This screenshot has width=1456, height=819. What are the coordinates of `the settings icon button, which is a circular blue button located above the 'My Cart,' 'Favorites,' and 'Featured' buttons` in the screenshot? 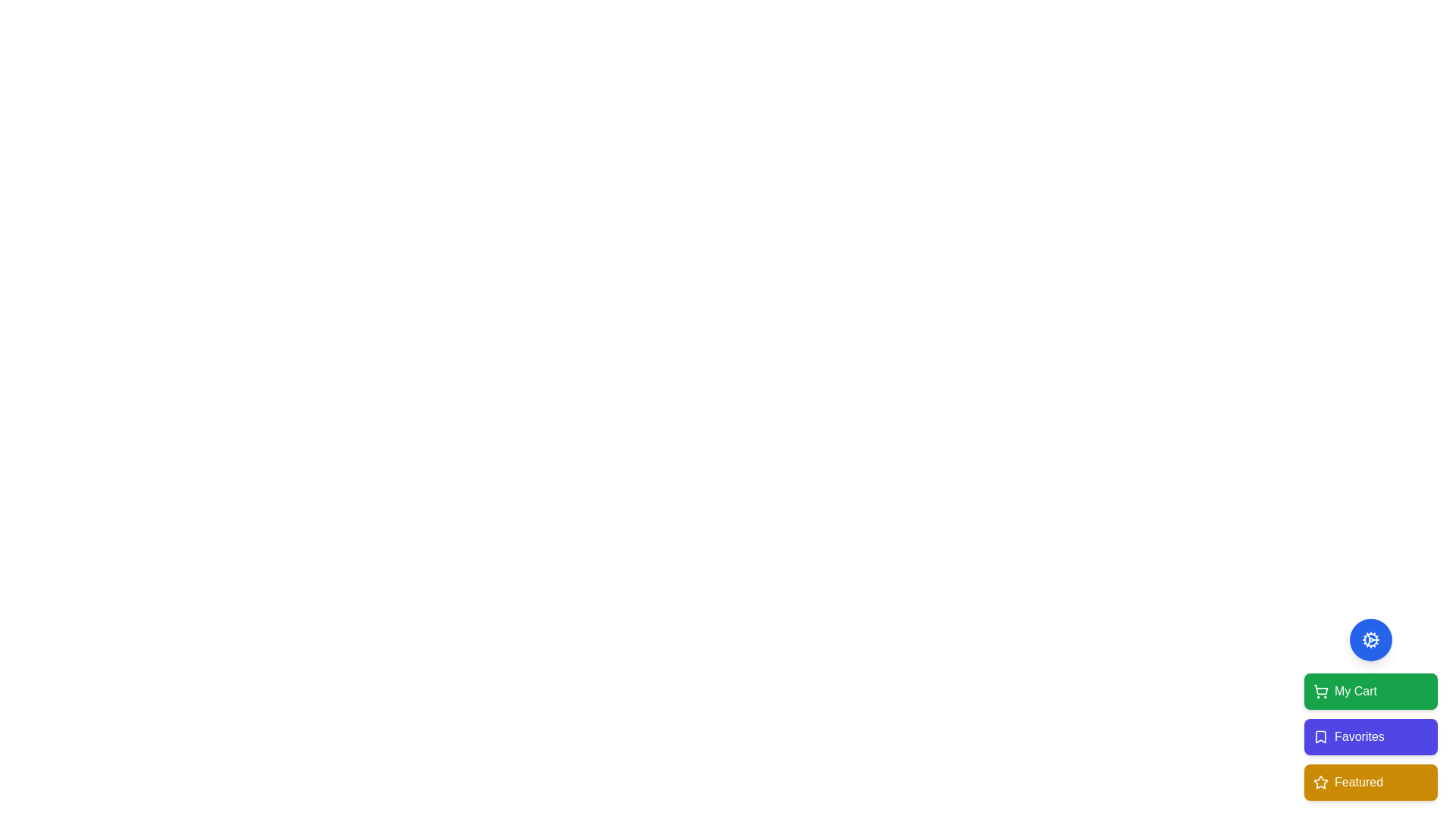 It's located at (1371, 640).